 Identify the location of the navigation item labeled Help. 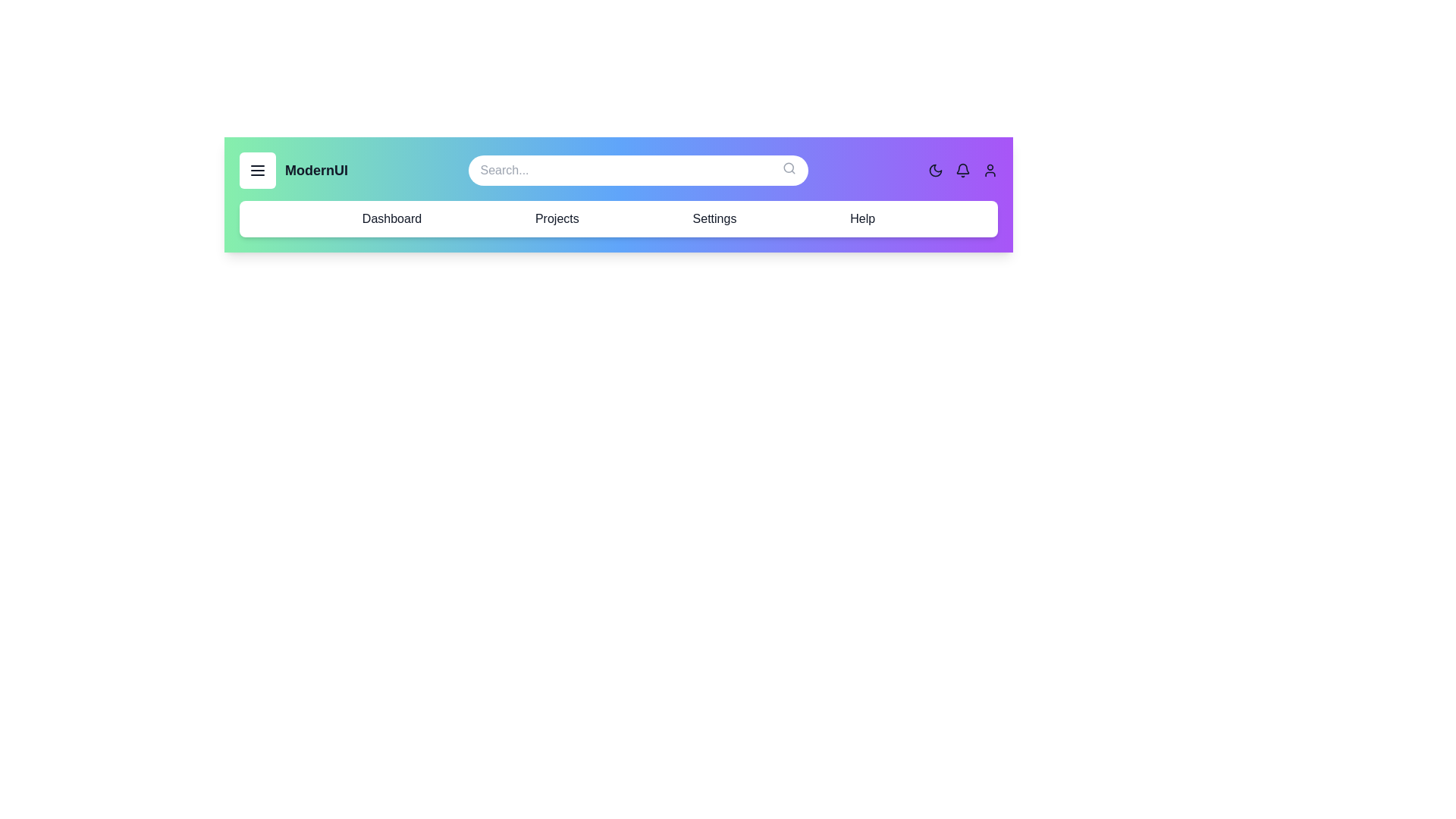
(862, 219).